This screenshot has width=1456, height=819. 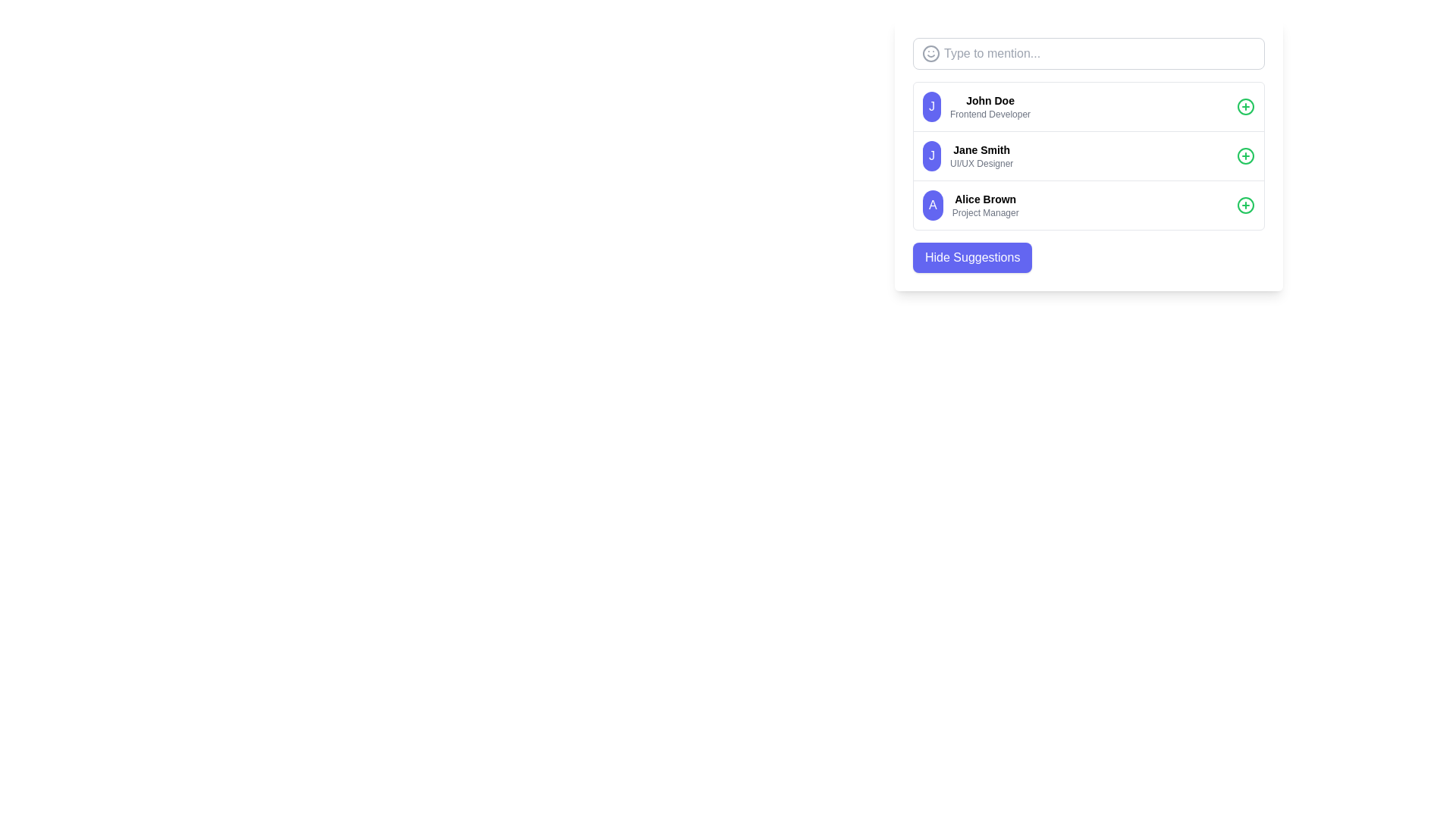 What do you see at coordinates (1245, 106) in the screenshot?
I see `the Icon button adjacent to 'John Doe' and 'Frontend Developer'` at bounding box center [1245, 106].